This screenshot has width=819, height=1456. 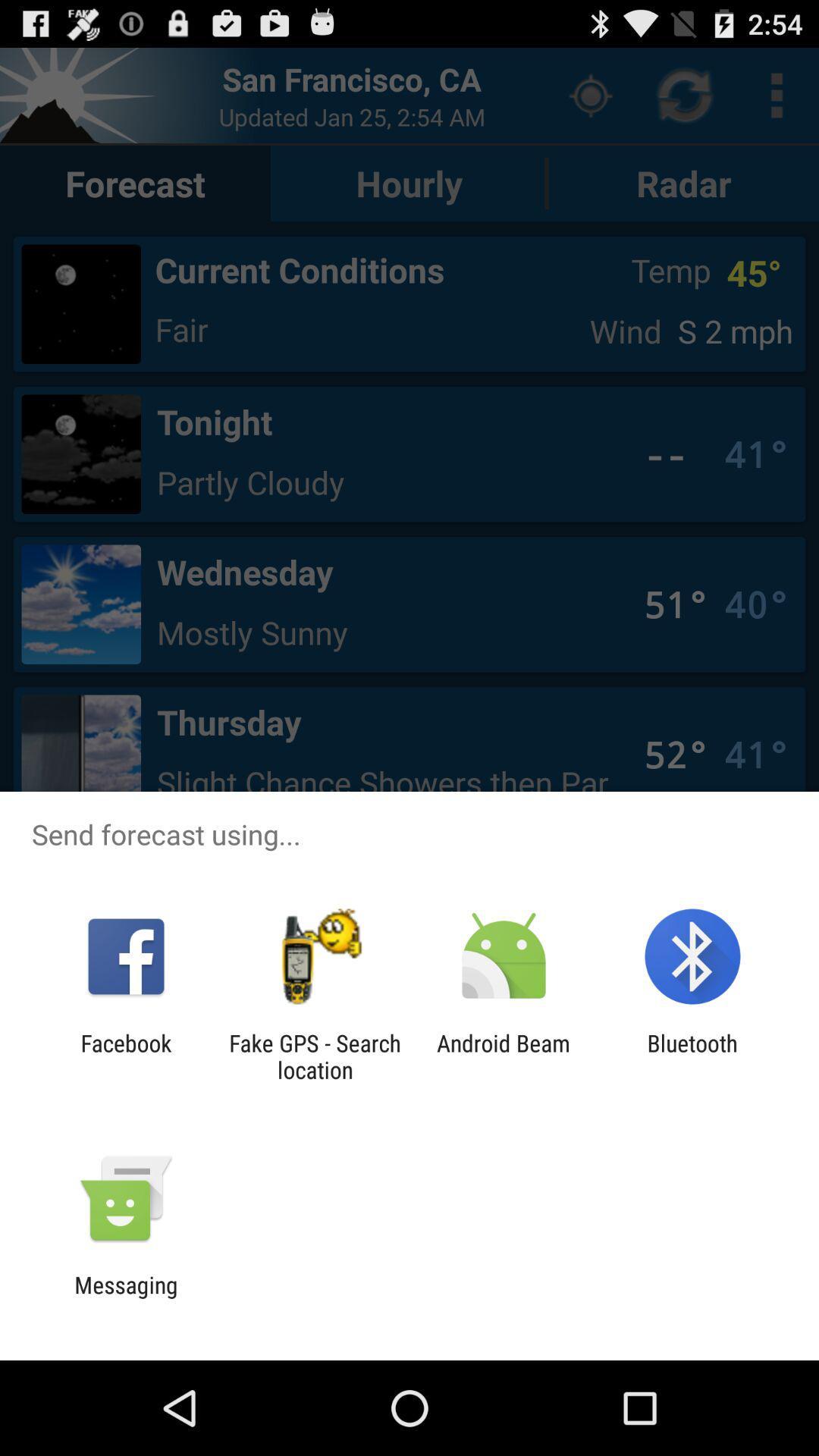 I want to click on app to the left of bluetooth icon, so click(x=504, y=1056).